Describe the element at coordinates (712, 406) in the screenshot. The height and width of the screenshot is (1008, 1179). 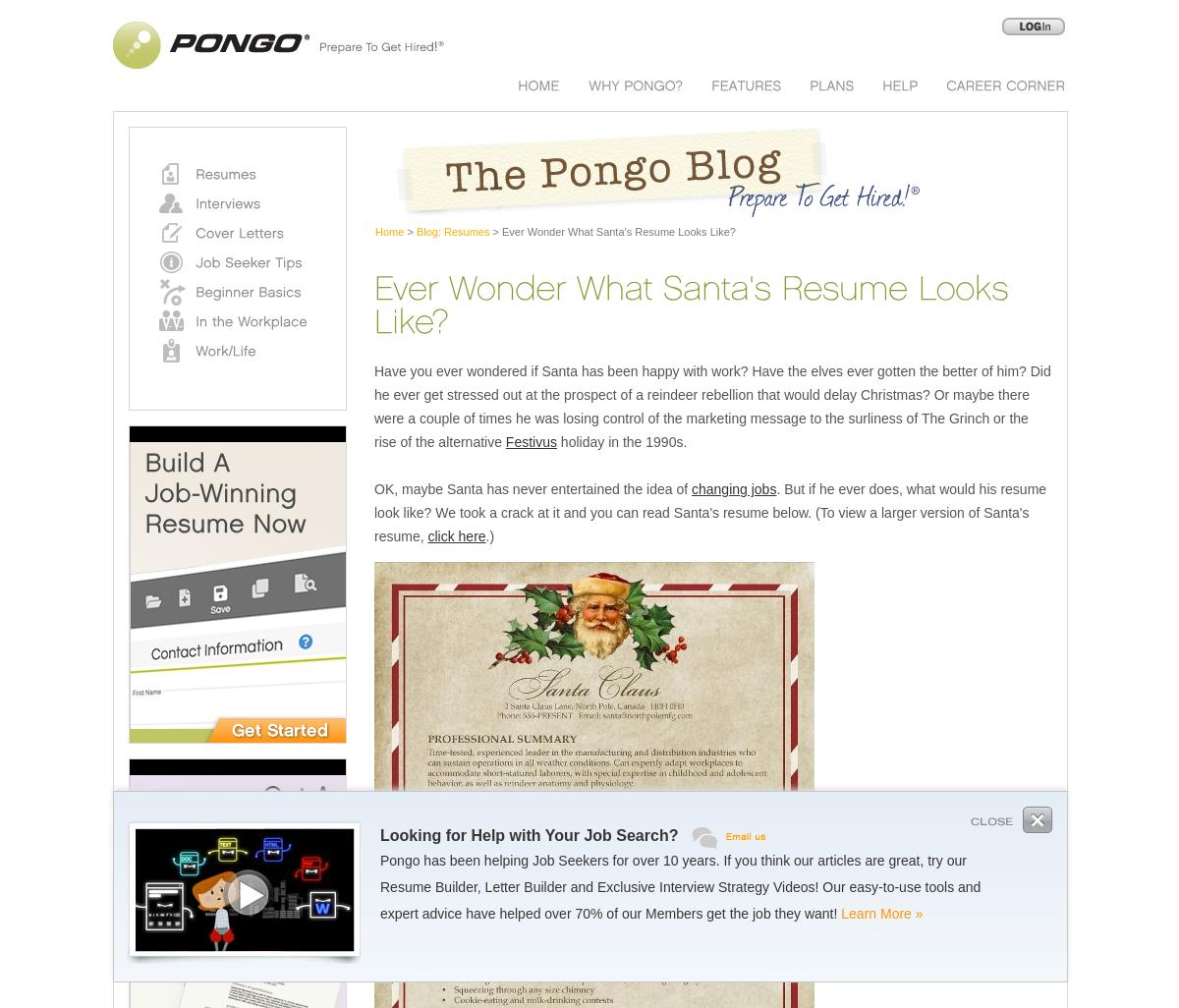
I see `'Have you ever wondered if Santa has been happy with work? Have the elves ever gotten the better of him? Did he ever get stressed out at the prospect of a reindeer rebellion that would delay Christmas? Or maybe there were a couple of times he was losing control of the marketing message to the surliness of The Grinch or the rise of the alternative'` at that location.